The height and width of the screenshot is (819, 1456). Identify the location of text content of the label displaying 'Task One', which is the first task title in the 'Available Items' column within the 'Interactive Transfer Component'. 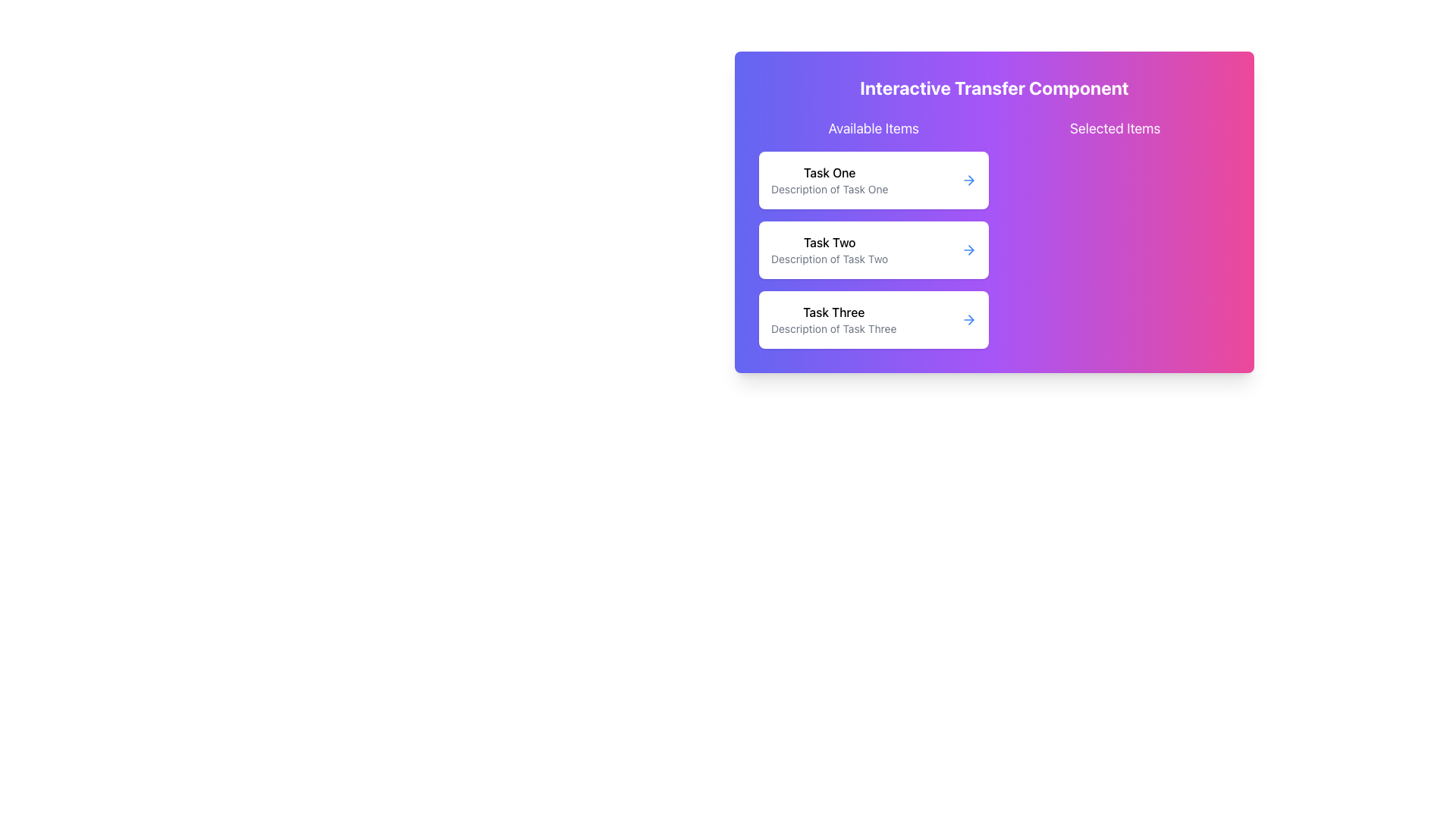
(829, 171).